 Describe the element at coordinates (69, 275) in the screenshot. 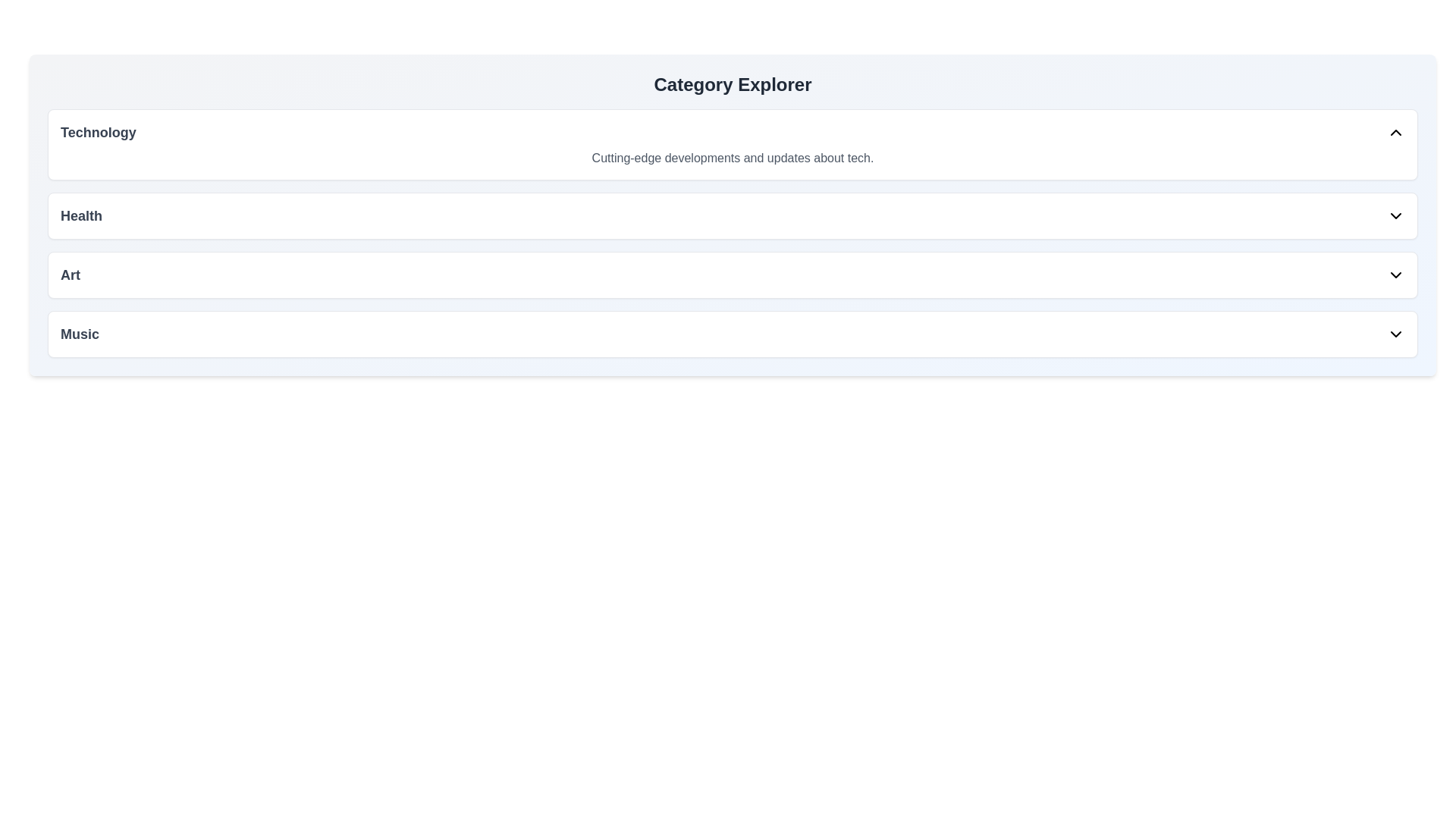

I see `the title of the category Art to view its details` at that location.